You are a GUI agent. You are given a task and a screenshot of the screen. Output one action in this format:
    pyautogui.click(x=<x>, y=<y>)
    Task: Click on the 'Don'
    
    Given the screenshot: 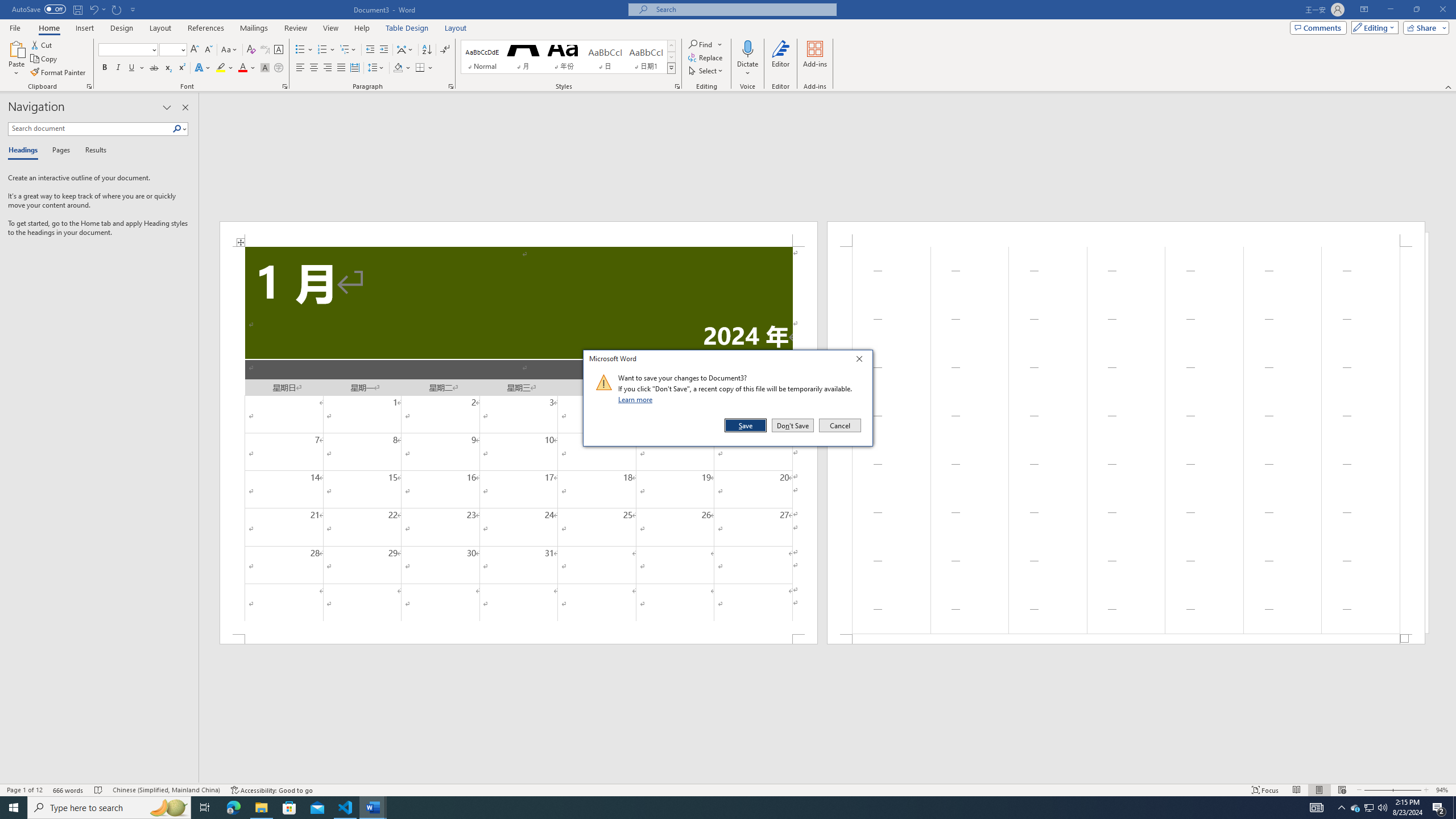 What is the action you would take?
    pyautogui.click(x=792, y=425)
    